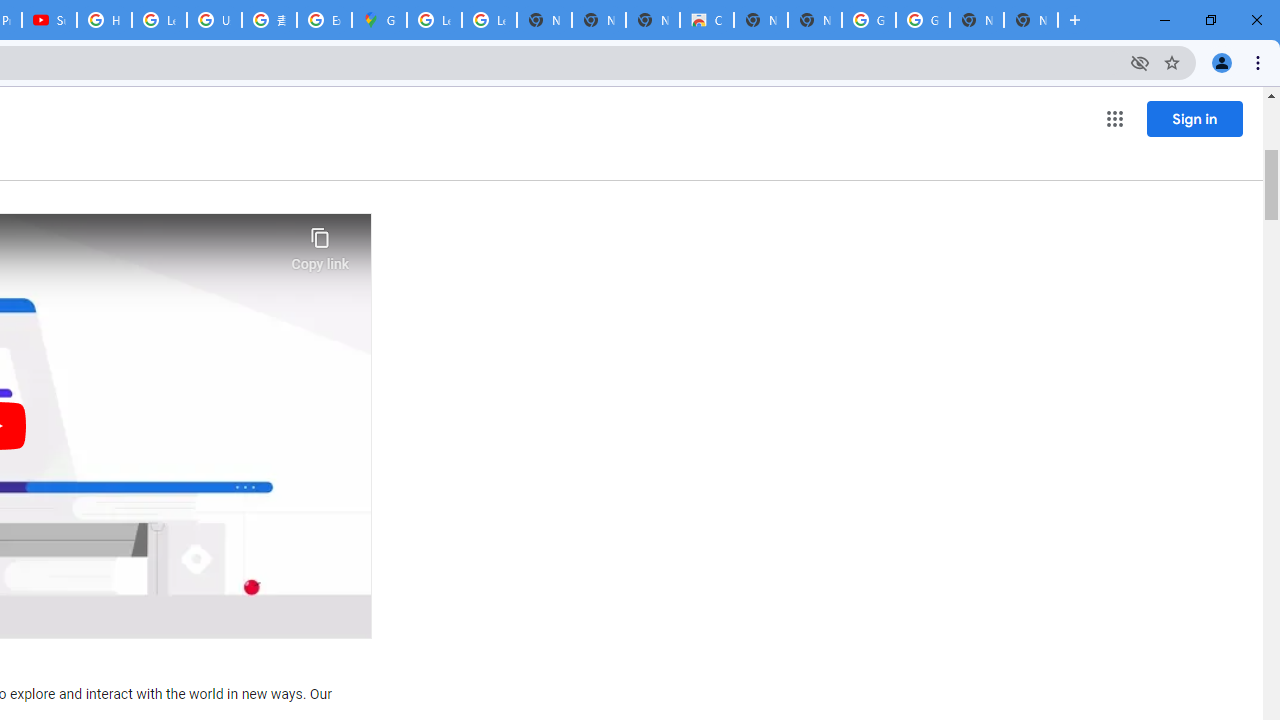 The width and height of the screenshot is (1280, 720). What do you see at coordinates (1074, 20) in the screenshot?
I see `'New Tab'` at bounding box center [1074, 20].